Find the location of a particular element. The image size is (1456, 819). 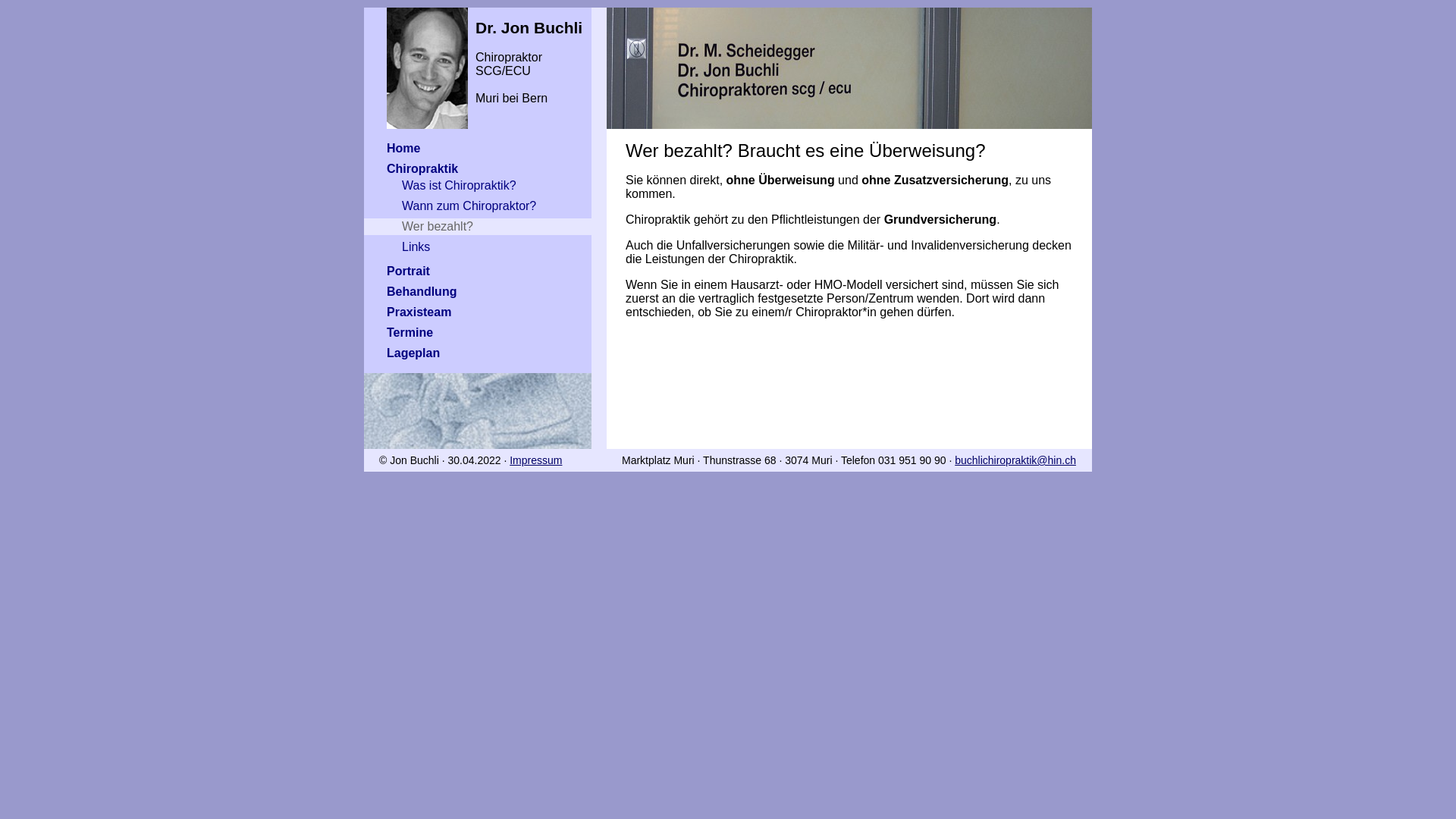

'Chiropraktik' is located at coordinates (476, 169).